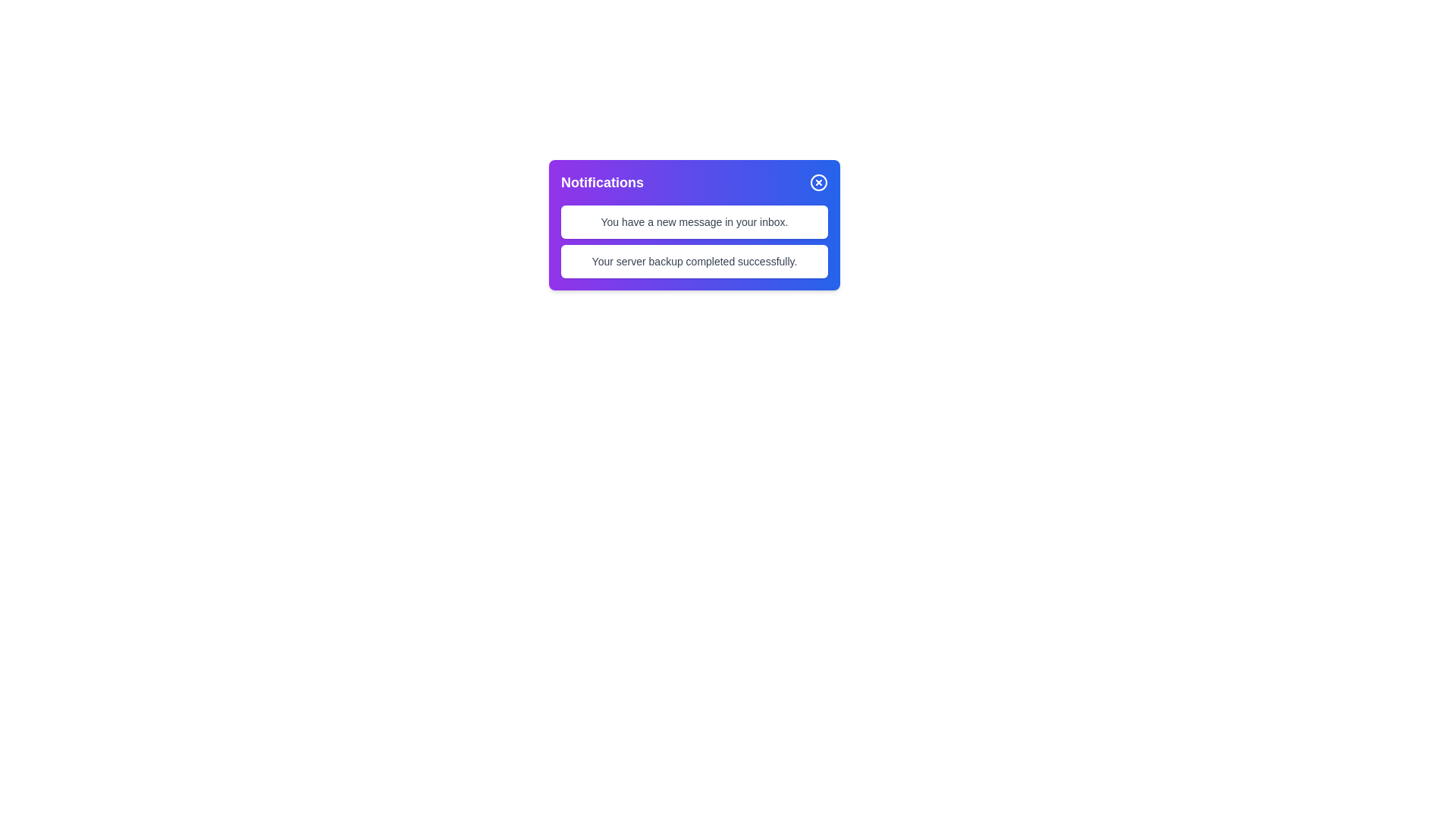 This screenshot has height=819, width=1456. What do you see at coordinates (818, 181) in the screenshot?
I see `the circular button with a red 'X' icon in the top-right corner of the notification card` at bounding box center [818, 181].